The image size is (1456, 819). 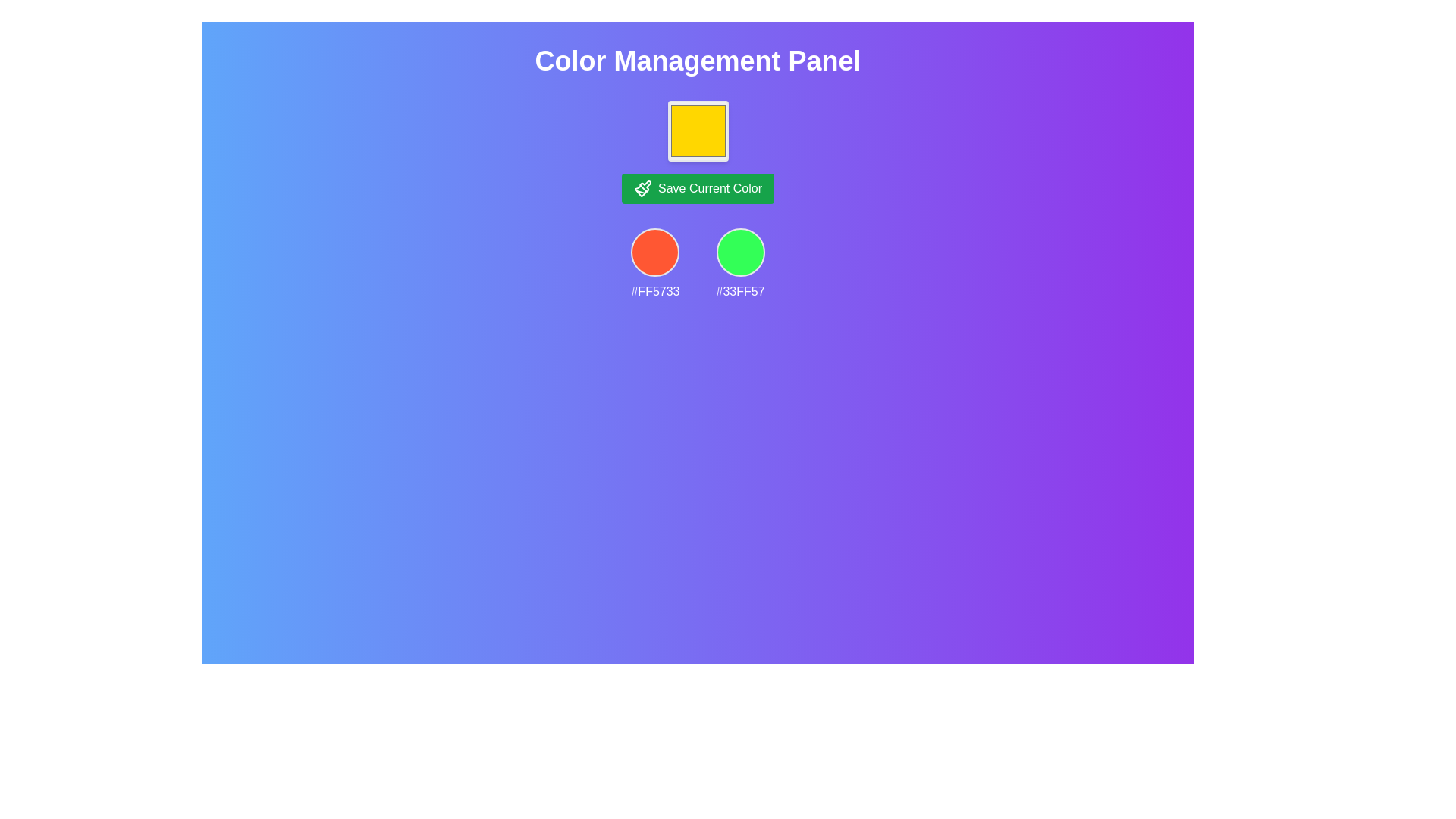 What do you see at coordinates (643, 188) in the screenshot?
I see `the paintbrush icon within the 'Save Current Color' button, which is depicted with white lines on a green background` at bounding box center [643, 188].